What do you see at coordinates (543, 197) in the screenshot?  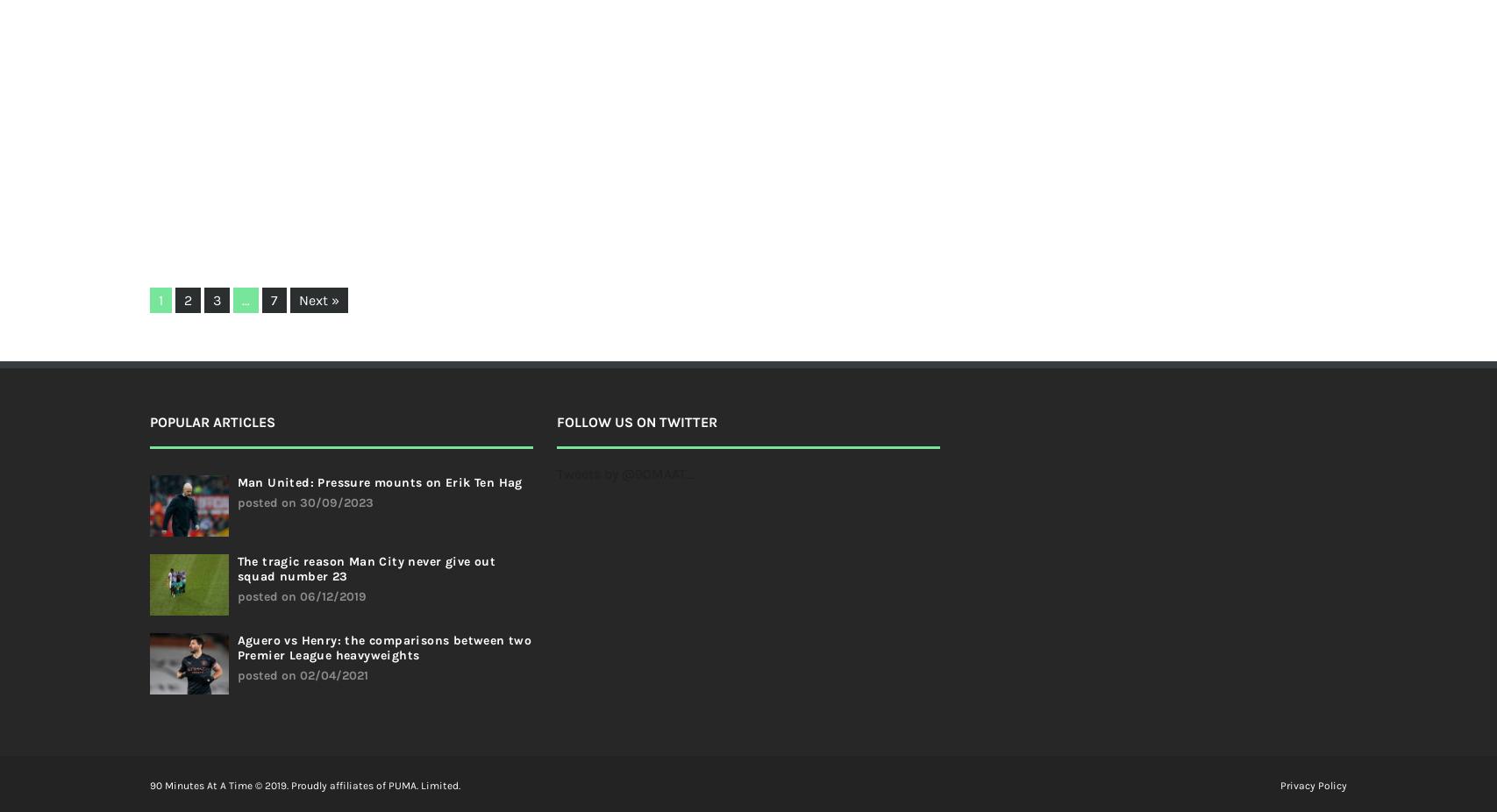 I see `'CONTINUE READING'` at bounding box center [543, 197].